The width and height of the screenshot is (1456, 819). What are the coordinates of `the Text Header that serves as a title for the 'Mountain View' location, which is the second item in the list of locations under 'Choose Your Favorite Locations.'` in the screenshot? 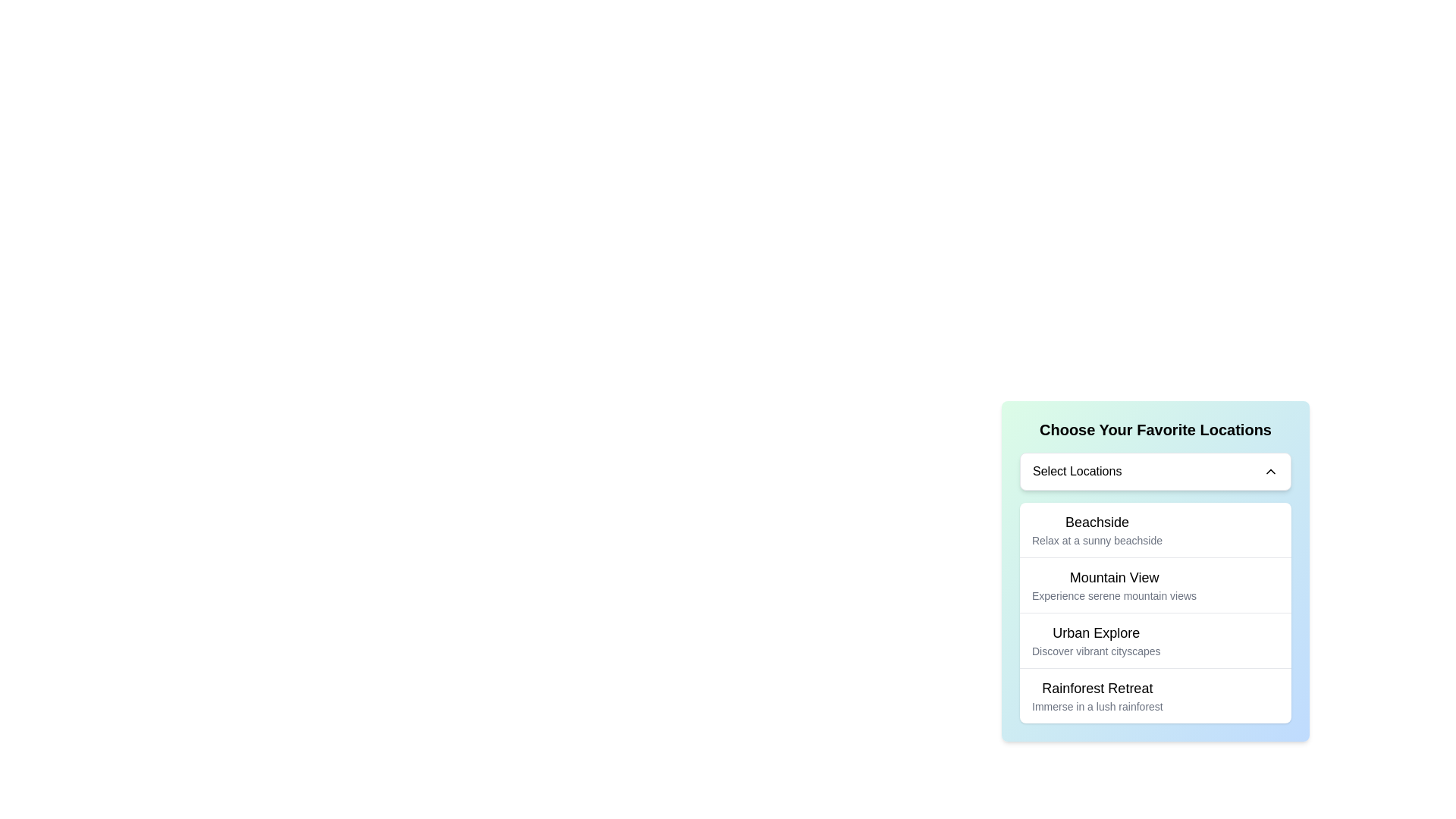 It's located at (1114, 578).